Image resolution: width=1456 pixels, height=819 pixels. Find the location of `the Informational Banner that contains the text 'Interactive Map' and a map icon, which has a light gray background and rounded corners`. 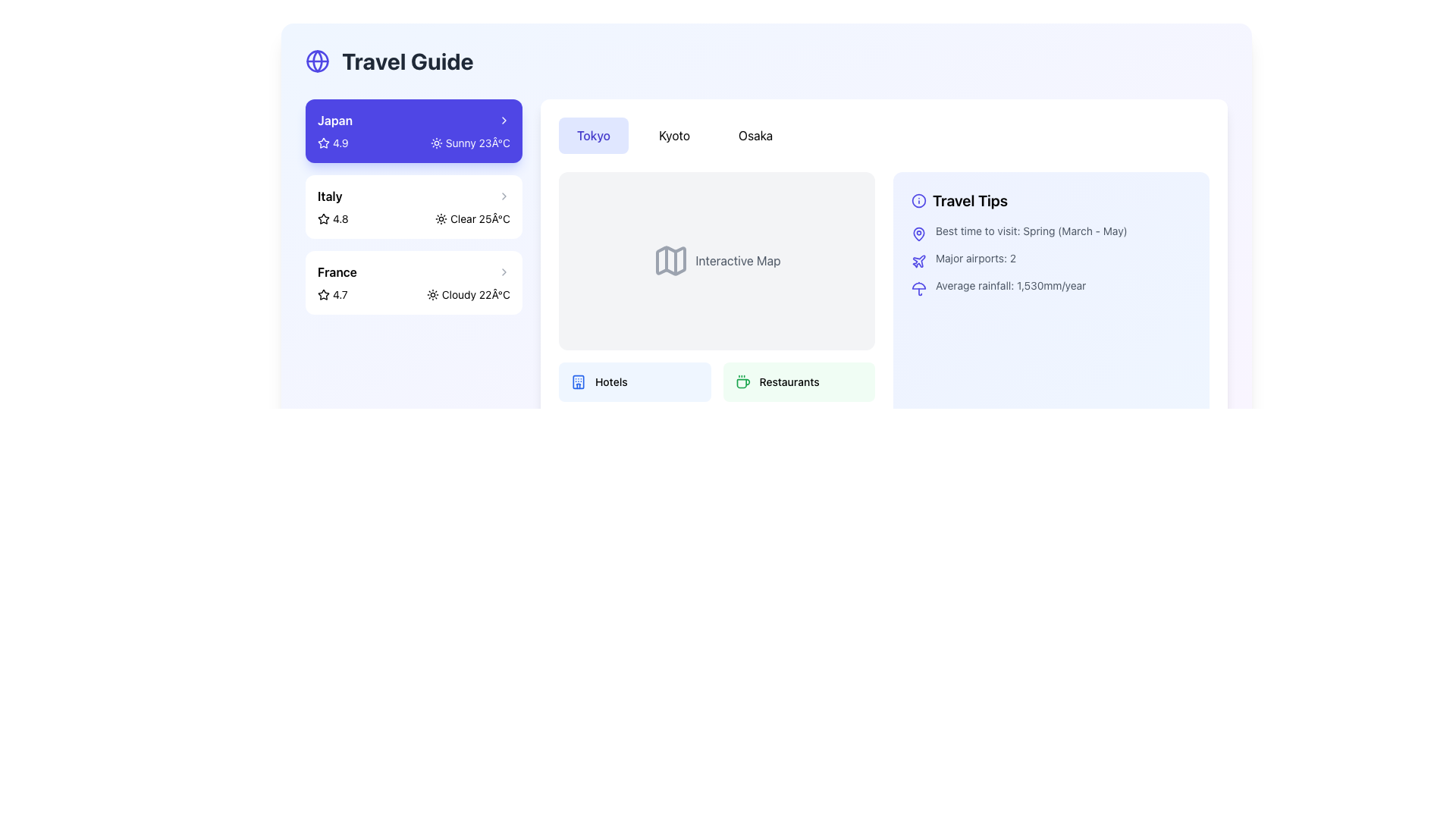

the Informational Banner that contains the text 'Interactive Map' and a map icon, which has a light gray background and rounded corners is located at coordinates (716, 260).